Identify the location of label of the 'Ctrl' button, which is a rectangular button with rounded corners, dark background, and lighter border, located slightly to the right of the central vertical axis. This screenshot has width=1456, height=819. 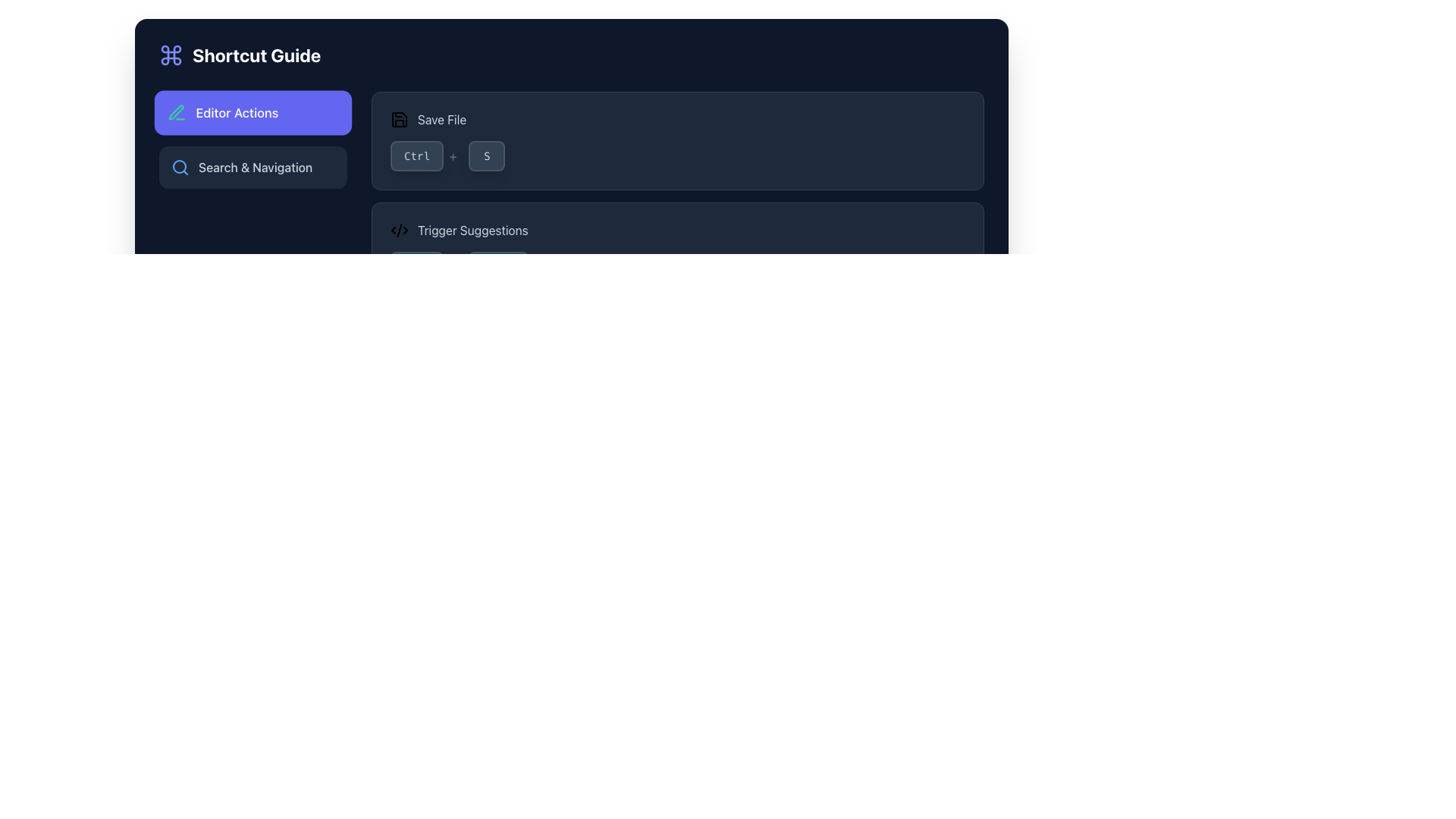
(416, 155).